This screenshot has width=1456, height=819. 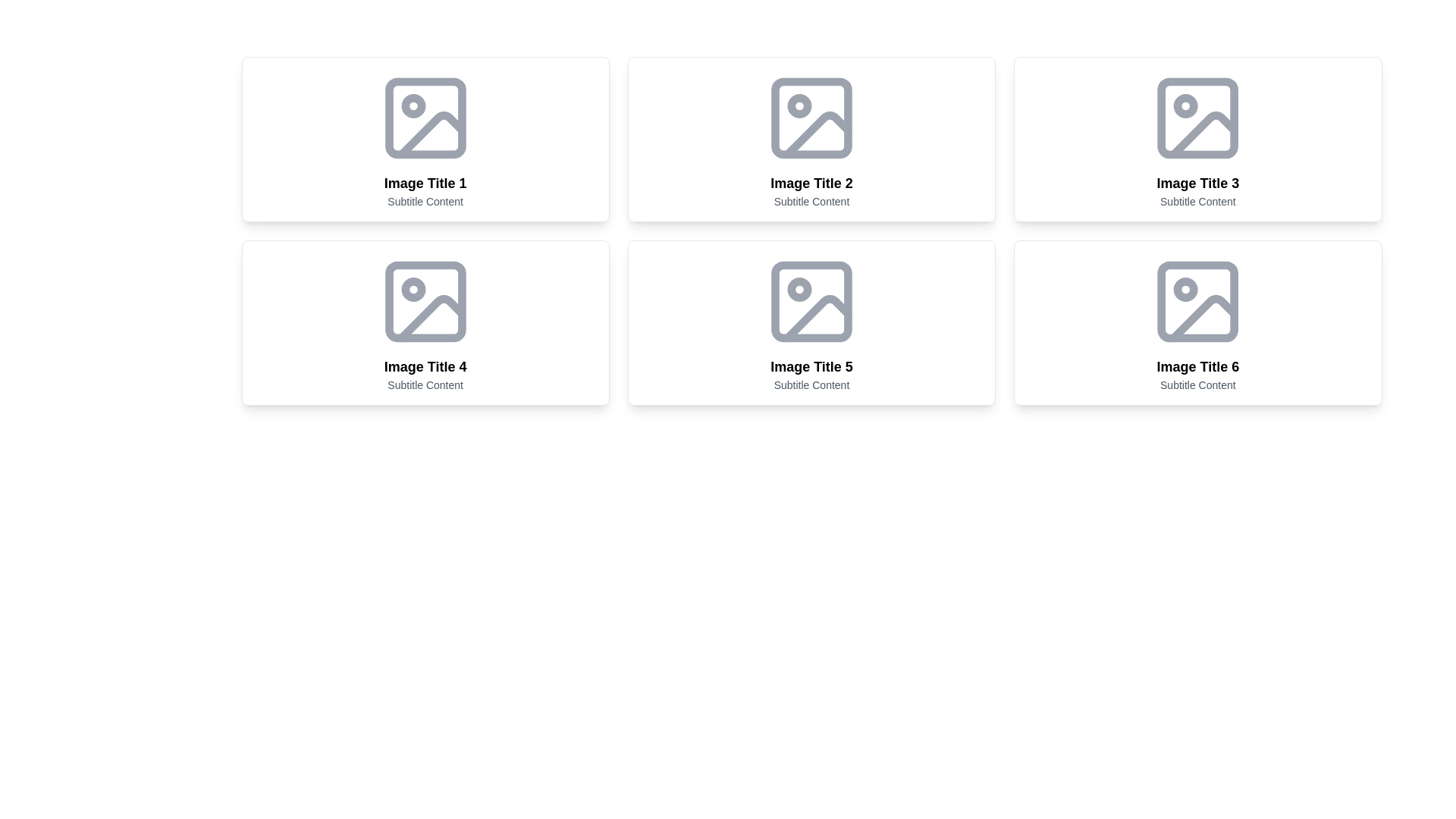 What do you see at coordinates (1197, 183) in the screenshot?
I see `the text 'Image Title 3'` at bounding box center [1197, 183].